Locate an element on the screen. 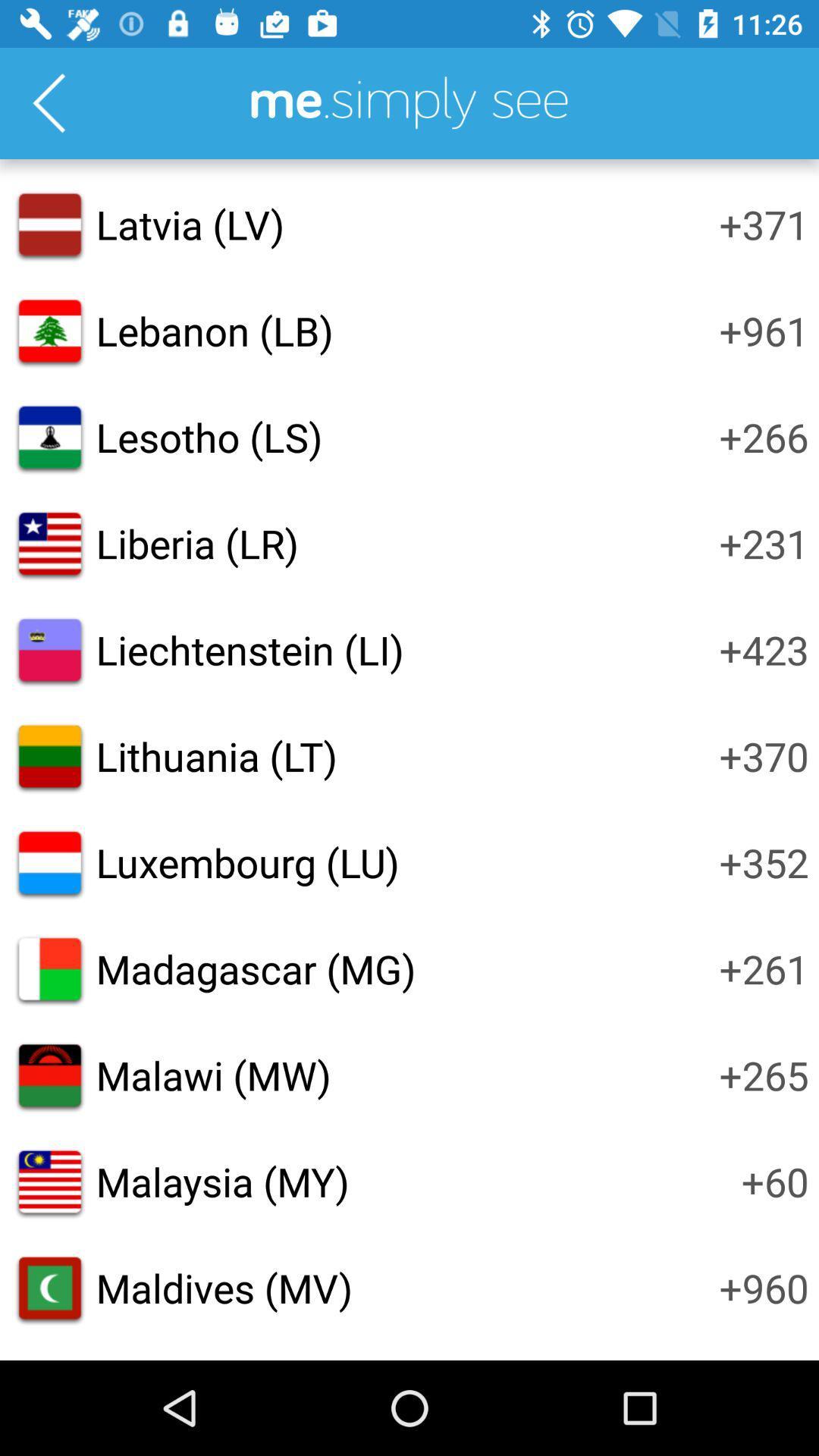 This screenshot has height=1456, width=819. go back is located at coordinates (48, 102).